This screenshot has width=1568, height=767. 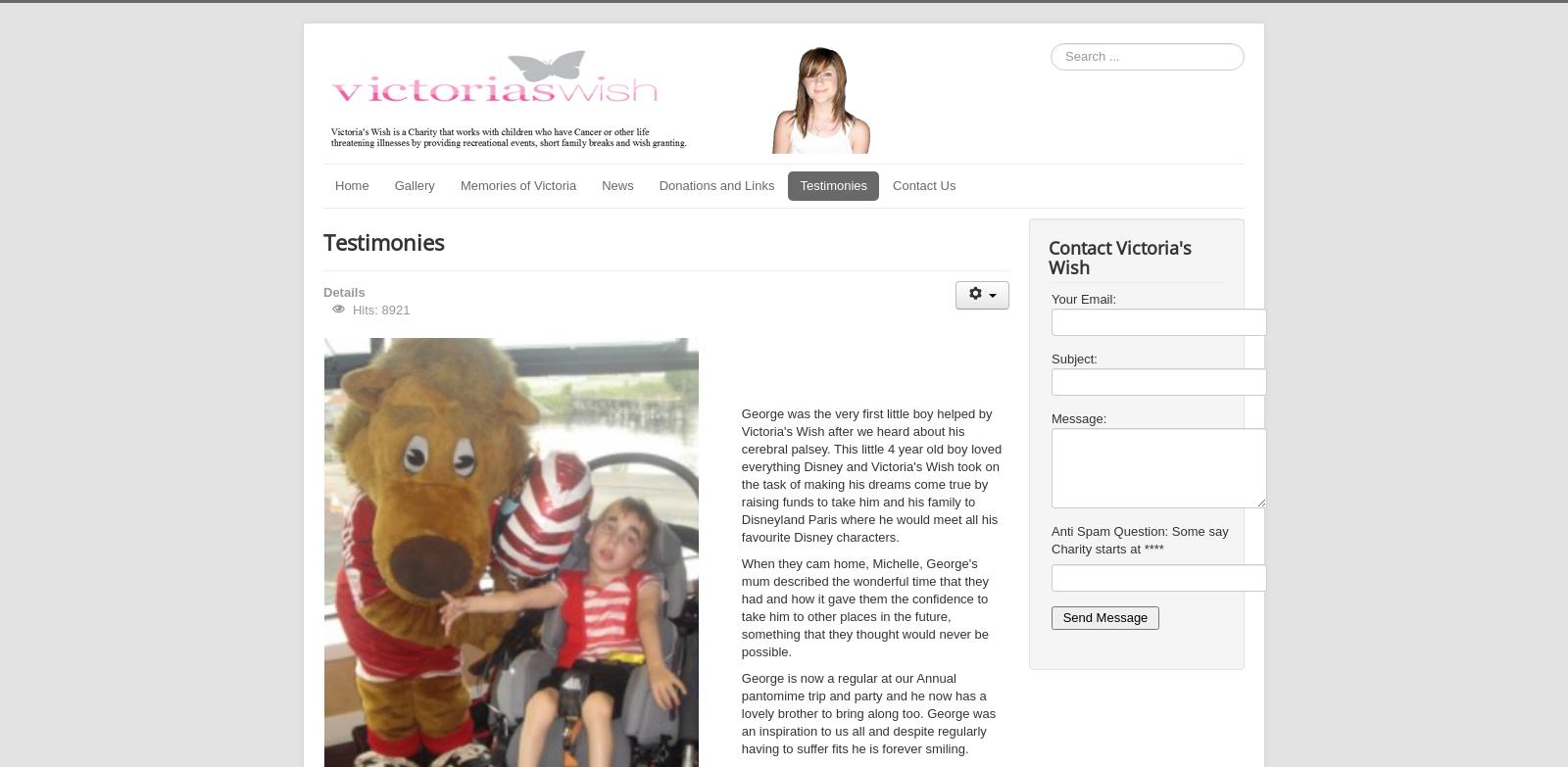 I want to click on 'Your Email:', so click(x=1084, y=299).